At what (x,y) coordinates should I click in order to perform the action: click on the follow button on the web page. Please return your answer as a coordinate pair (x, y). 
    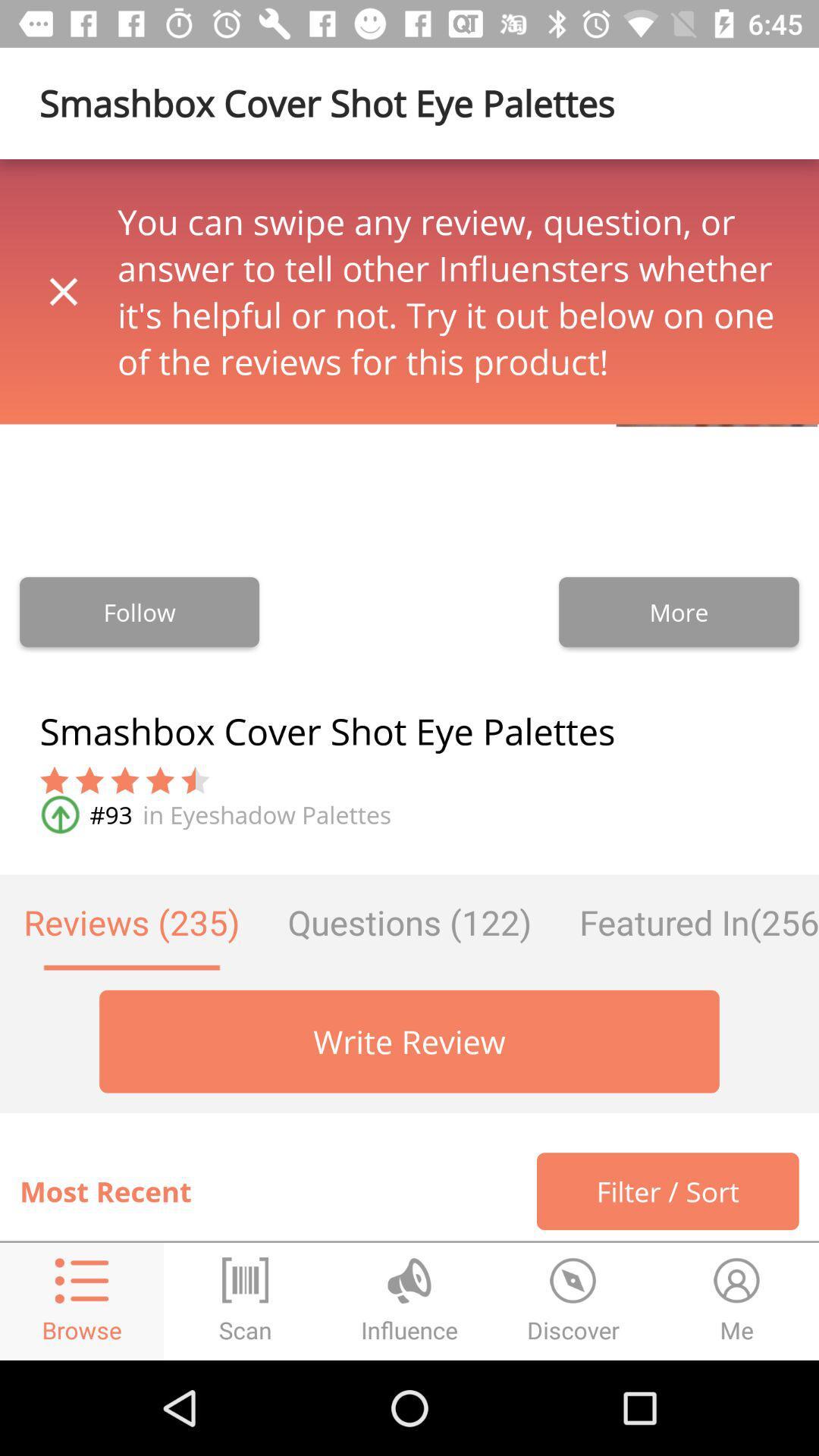
    Looking at the image, I should click on (140, 612).